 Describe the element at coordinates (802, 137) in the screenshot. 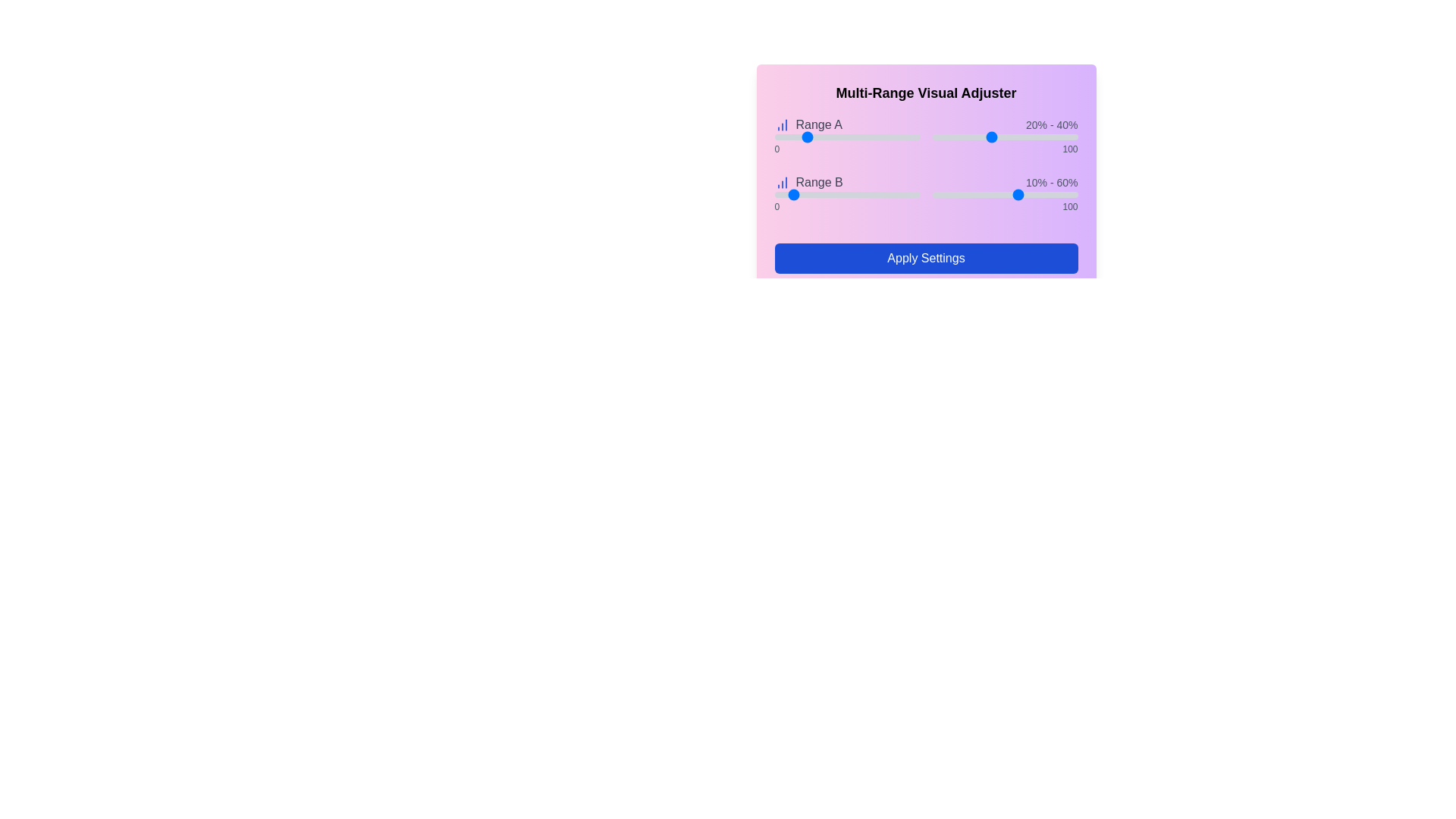

I see `the slider` at that location.